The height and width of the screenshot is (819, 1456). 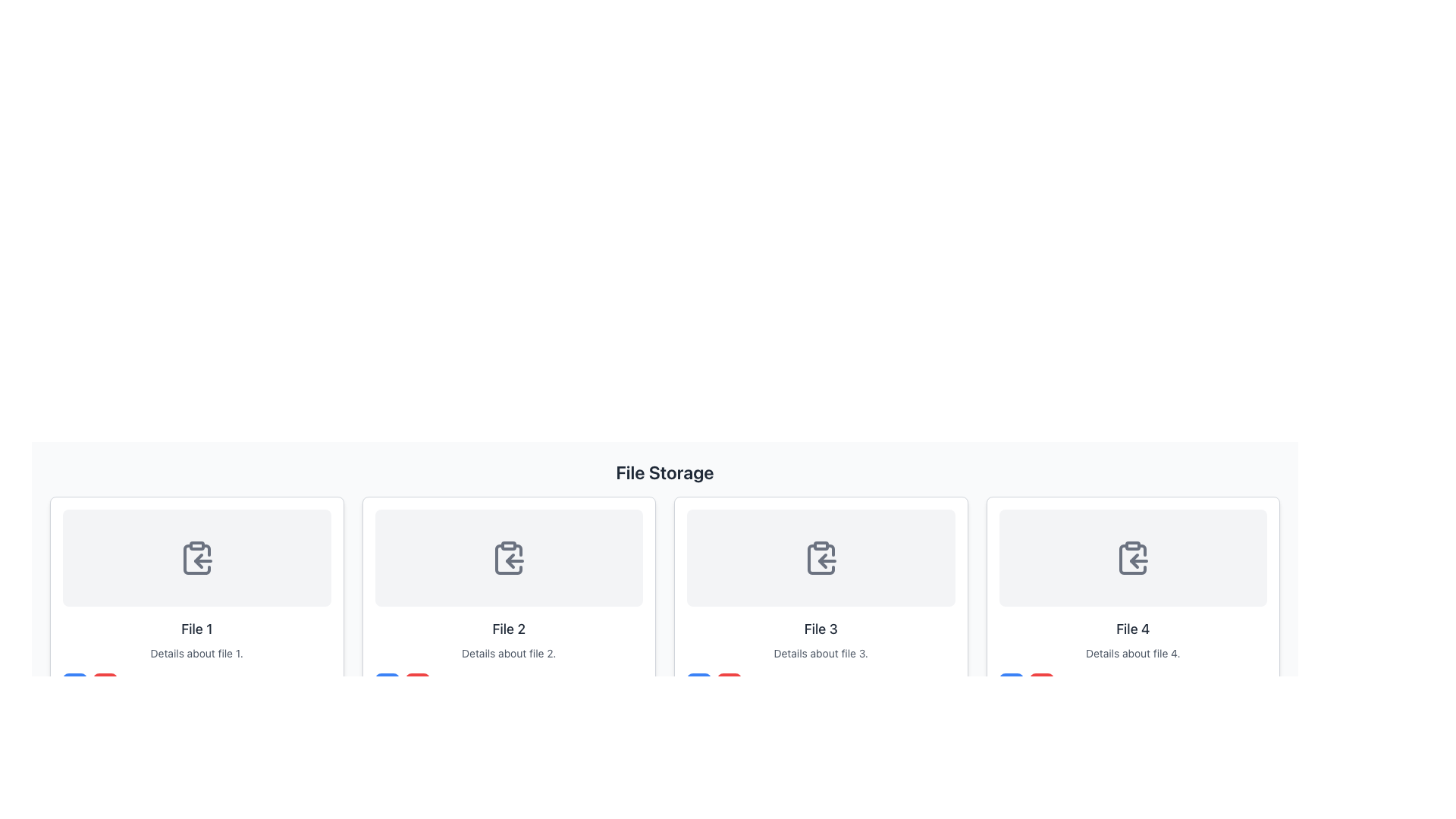 I want to click on the data storage icon located centrally in the 'File Storage' grid column to initiate the related functionality, so click(x=509, y=559).